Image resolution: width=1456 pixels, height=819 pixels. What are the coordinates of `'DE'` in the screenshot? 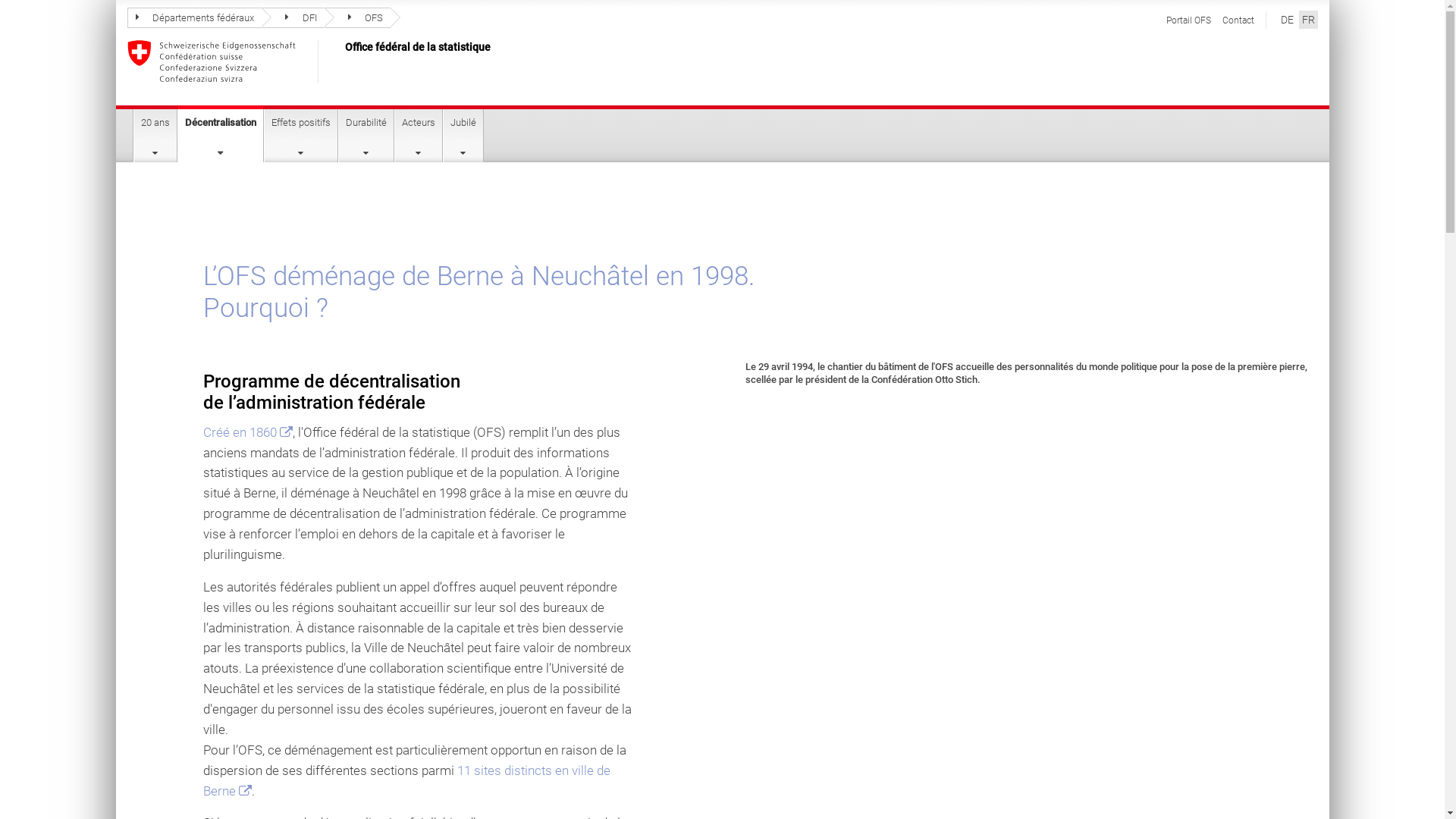 It's located at (1285, 20).